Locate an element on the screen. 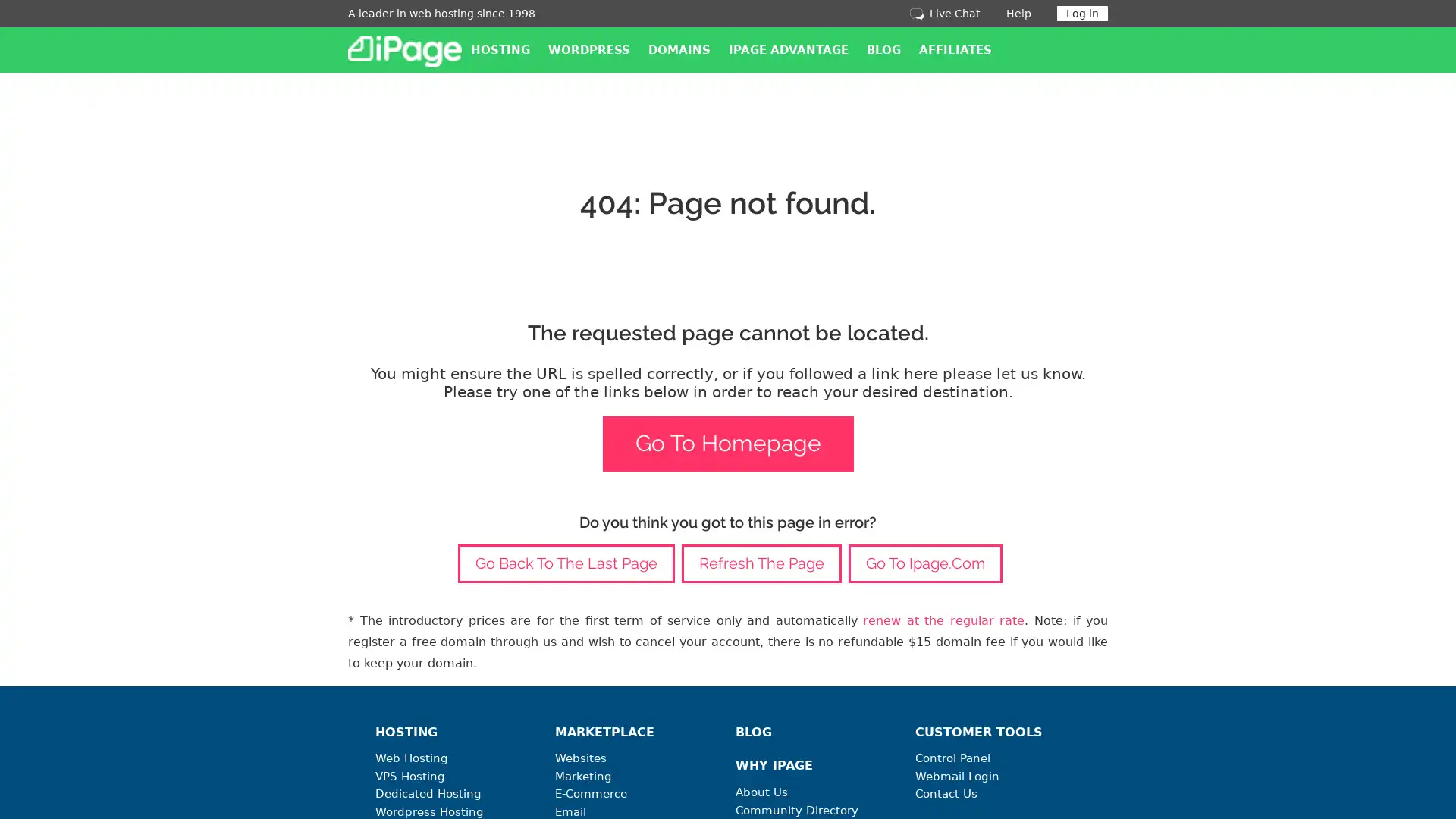 The image size is (1456, 819). Cookies Settings is located at coordinates (154, 760).